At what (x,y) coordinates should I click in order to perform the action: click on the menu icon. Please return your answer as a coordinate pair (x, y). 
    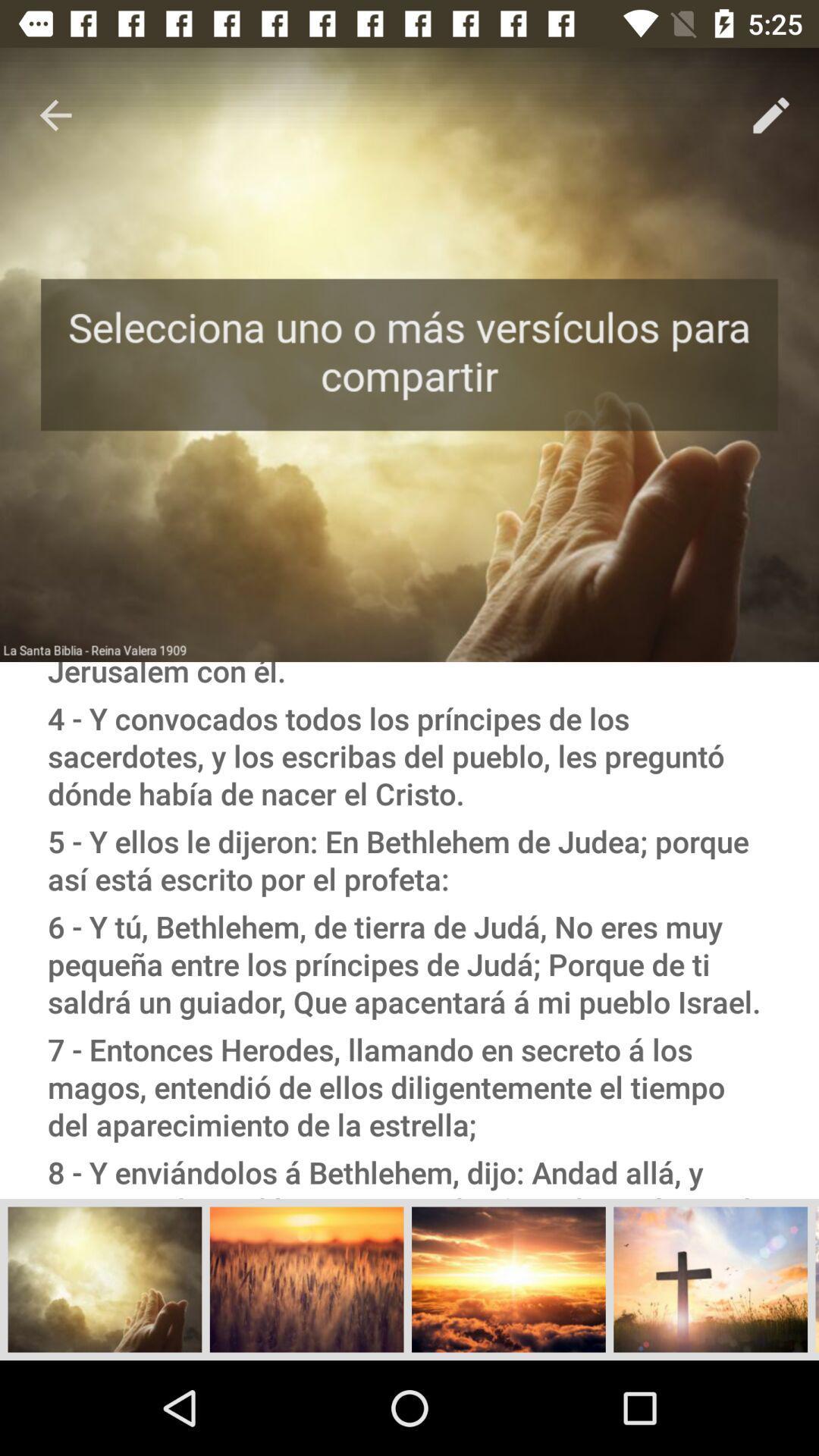
    Looking at the image, I should click on (816, 1279).